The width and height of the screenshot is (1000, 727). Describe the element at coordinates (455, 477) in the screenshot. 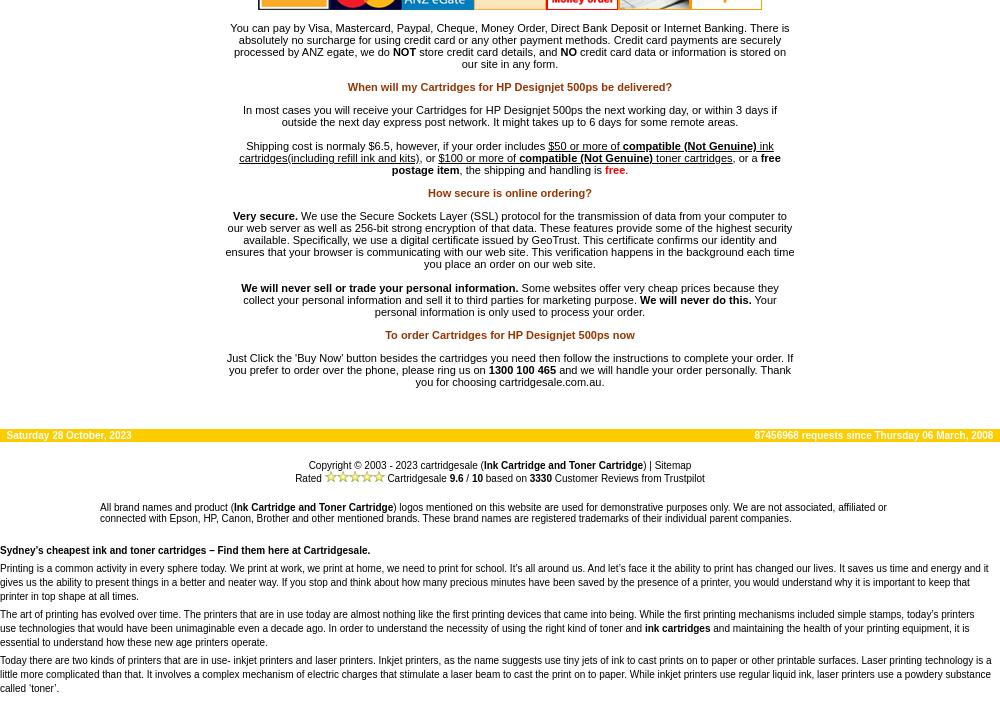

I see `'9.6'` at that location.